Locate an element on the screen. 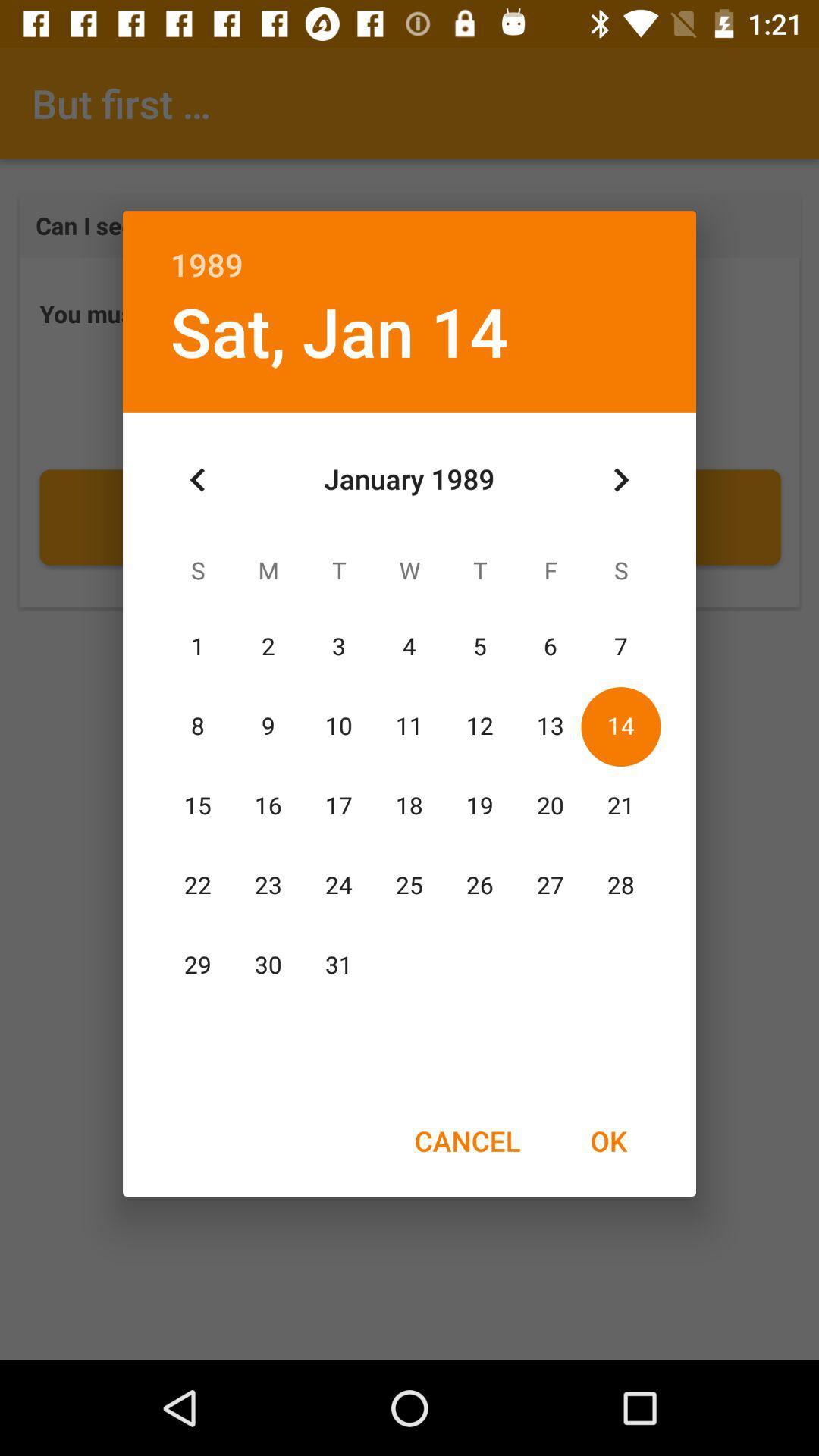  icon below 1989 item is located at coordinates (338, 330).